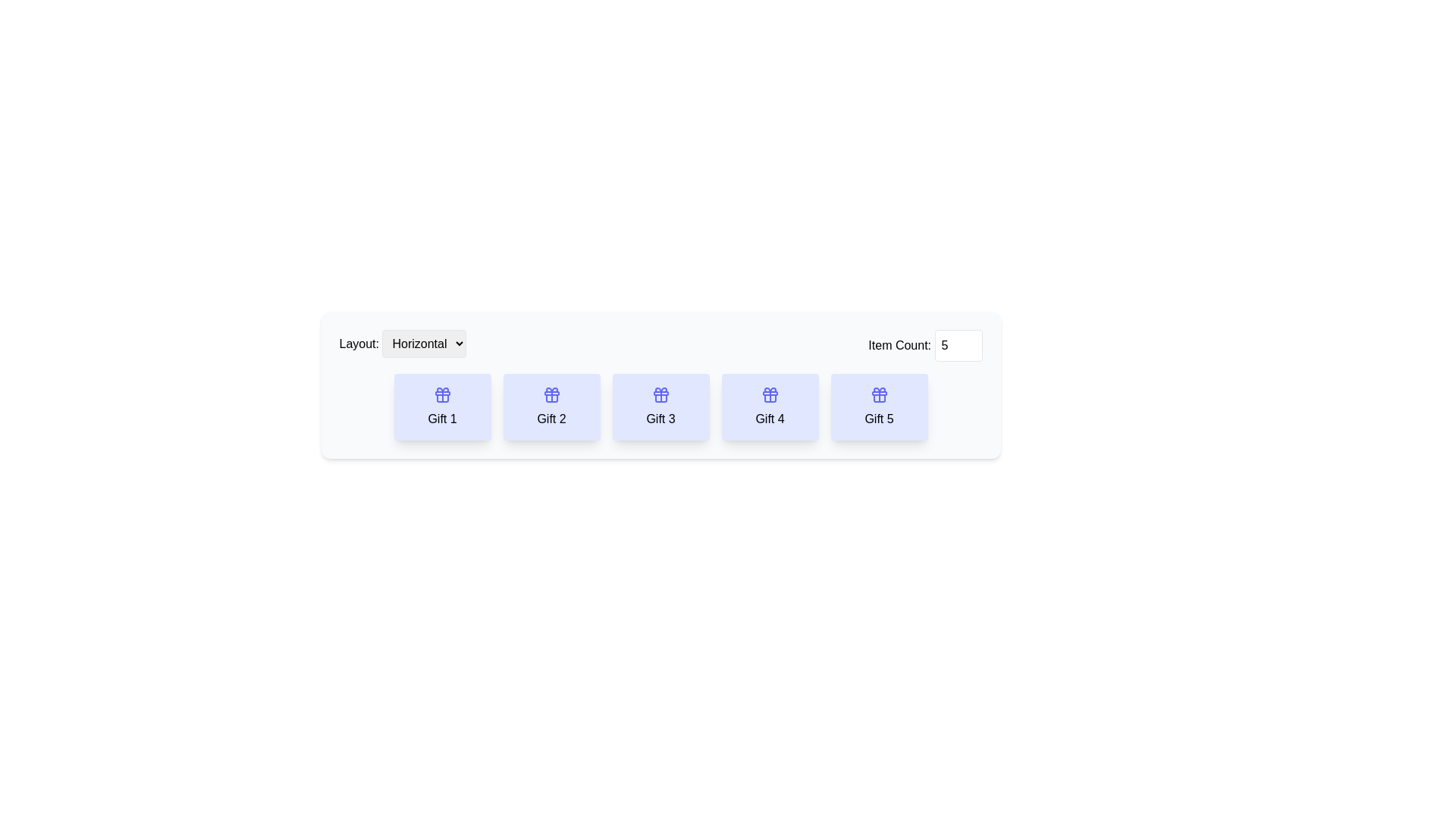  What do you see at coordinates (879, 394) in the screenshot?
I see `gift icon with a bow and box shape, styled in vivid indigo color, located above the text label 'Gift 5'` at bounding box center [879, 394].